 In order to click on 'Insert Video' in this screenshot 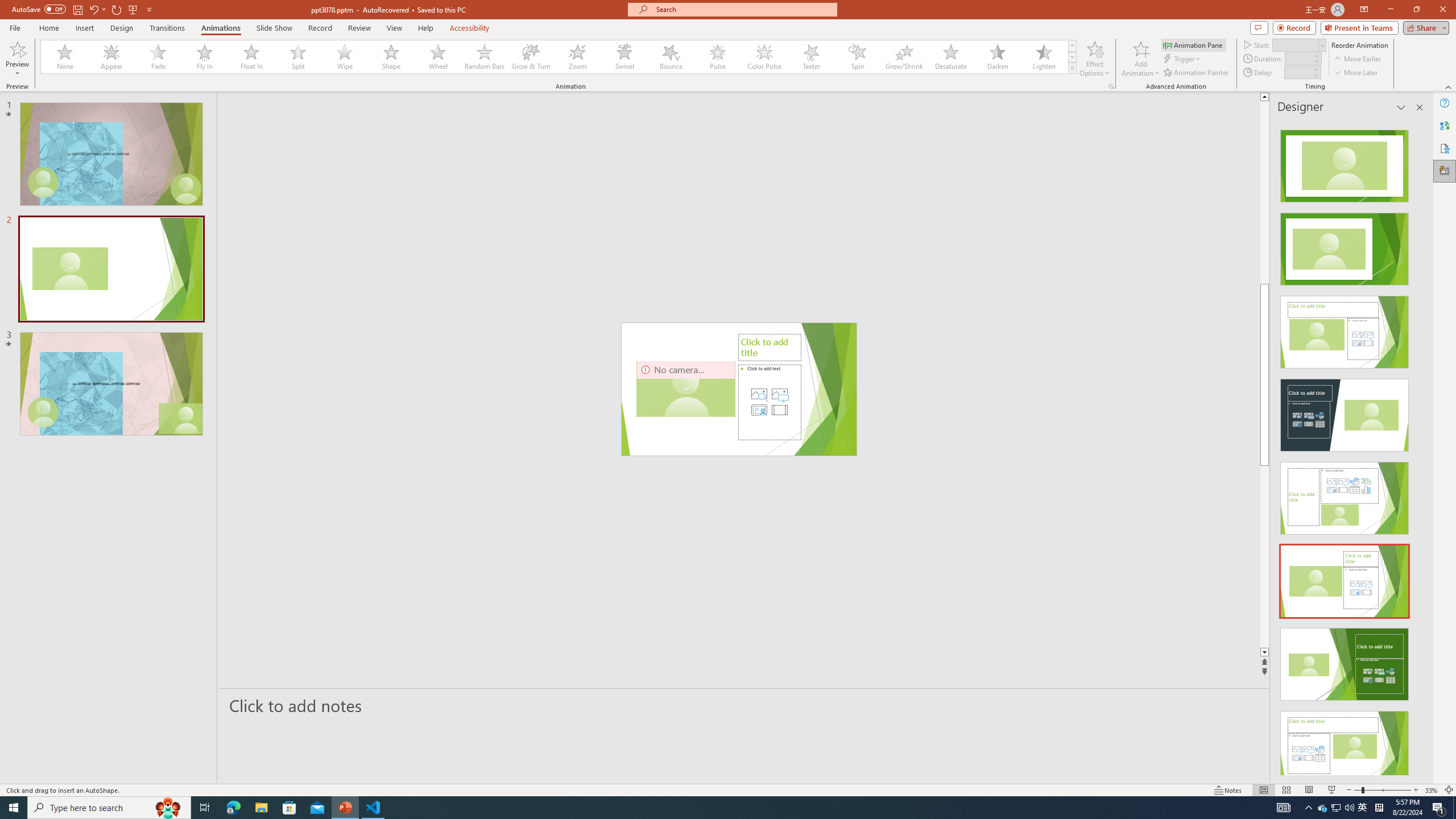, I will do `click(779, 409)`.